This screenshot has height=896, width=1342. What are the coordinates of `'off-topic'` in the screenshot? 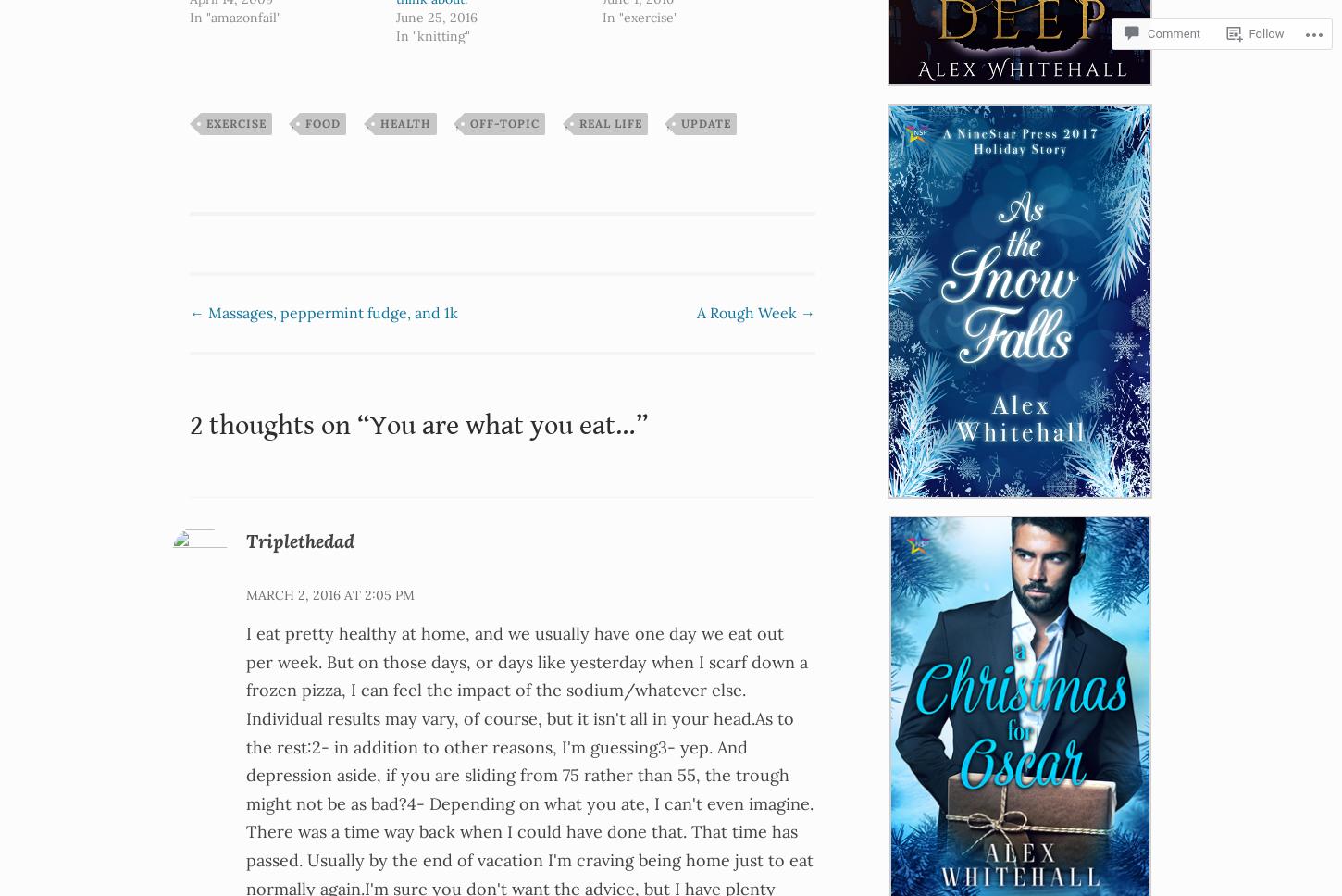 It's located at (504, 121).